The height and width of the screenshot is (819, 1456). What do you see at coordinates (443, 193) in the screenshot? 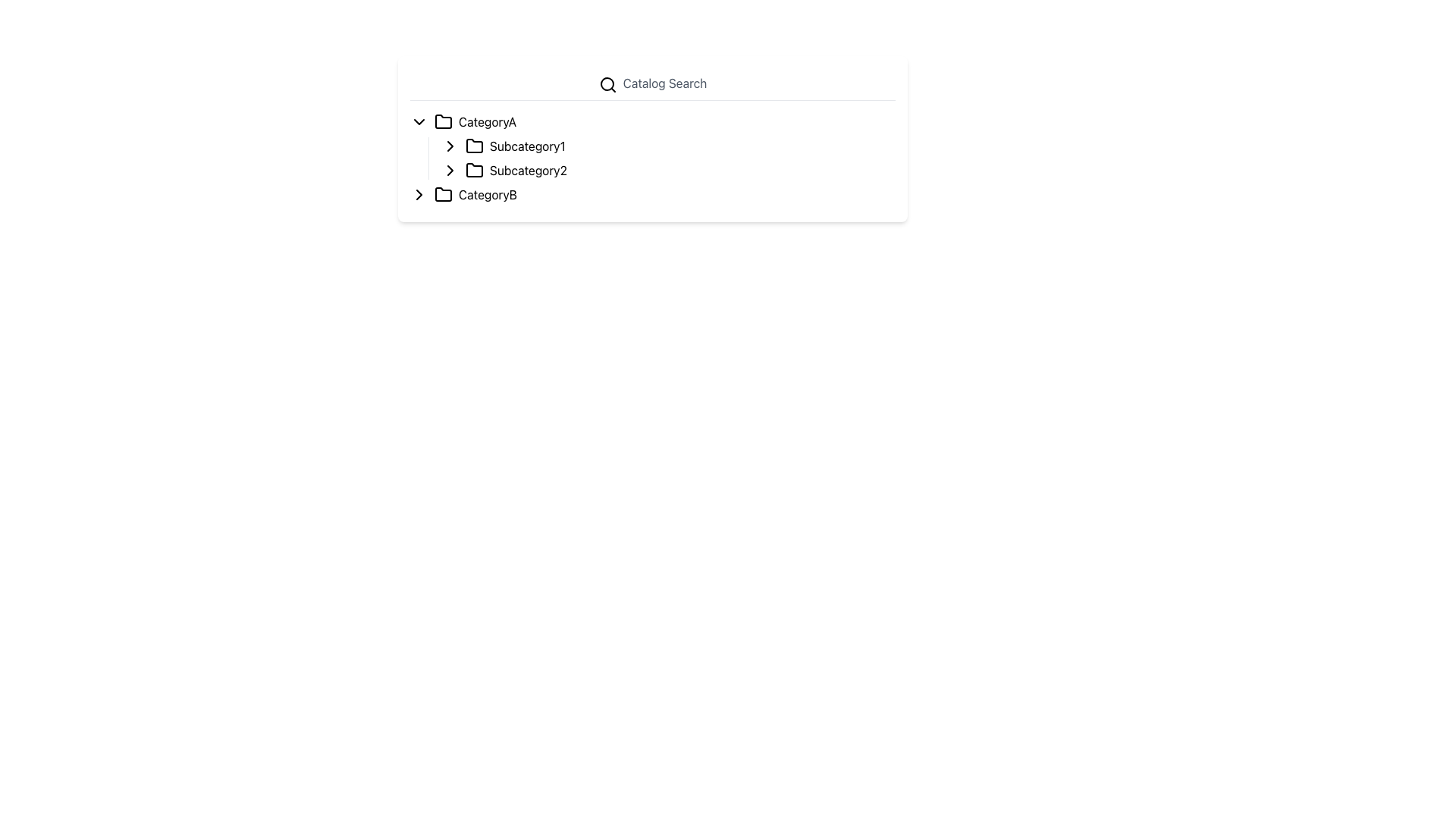
I see `the 'CategoryB' folder icon` at bounding box center [443, 193].